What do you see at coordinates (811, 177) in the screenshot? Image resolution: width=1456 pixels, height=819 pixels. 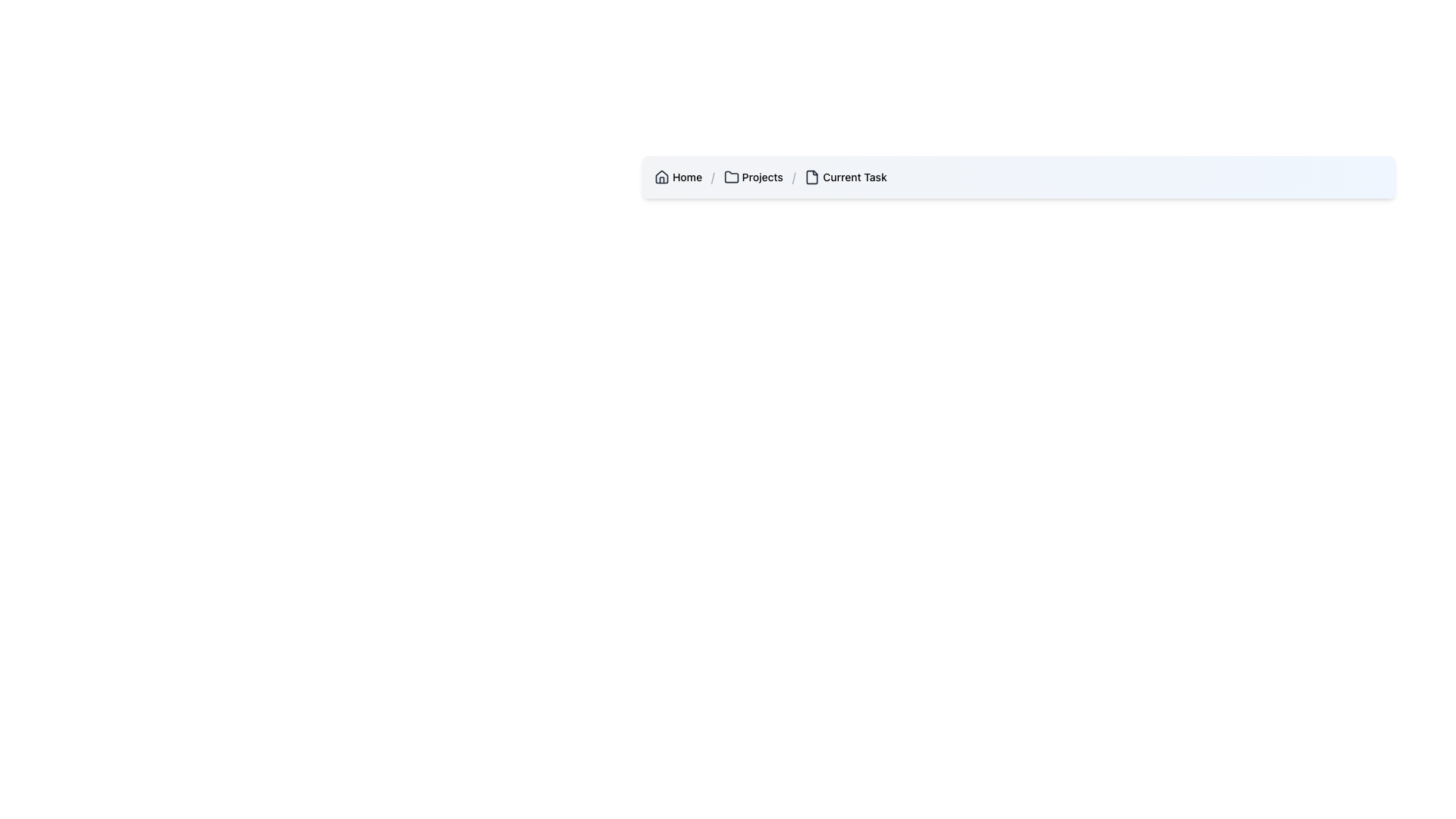 I see `the file/document icon in the breadcrumb navigation` at bounding box center [811, 177].